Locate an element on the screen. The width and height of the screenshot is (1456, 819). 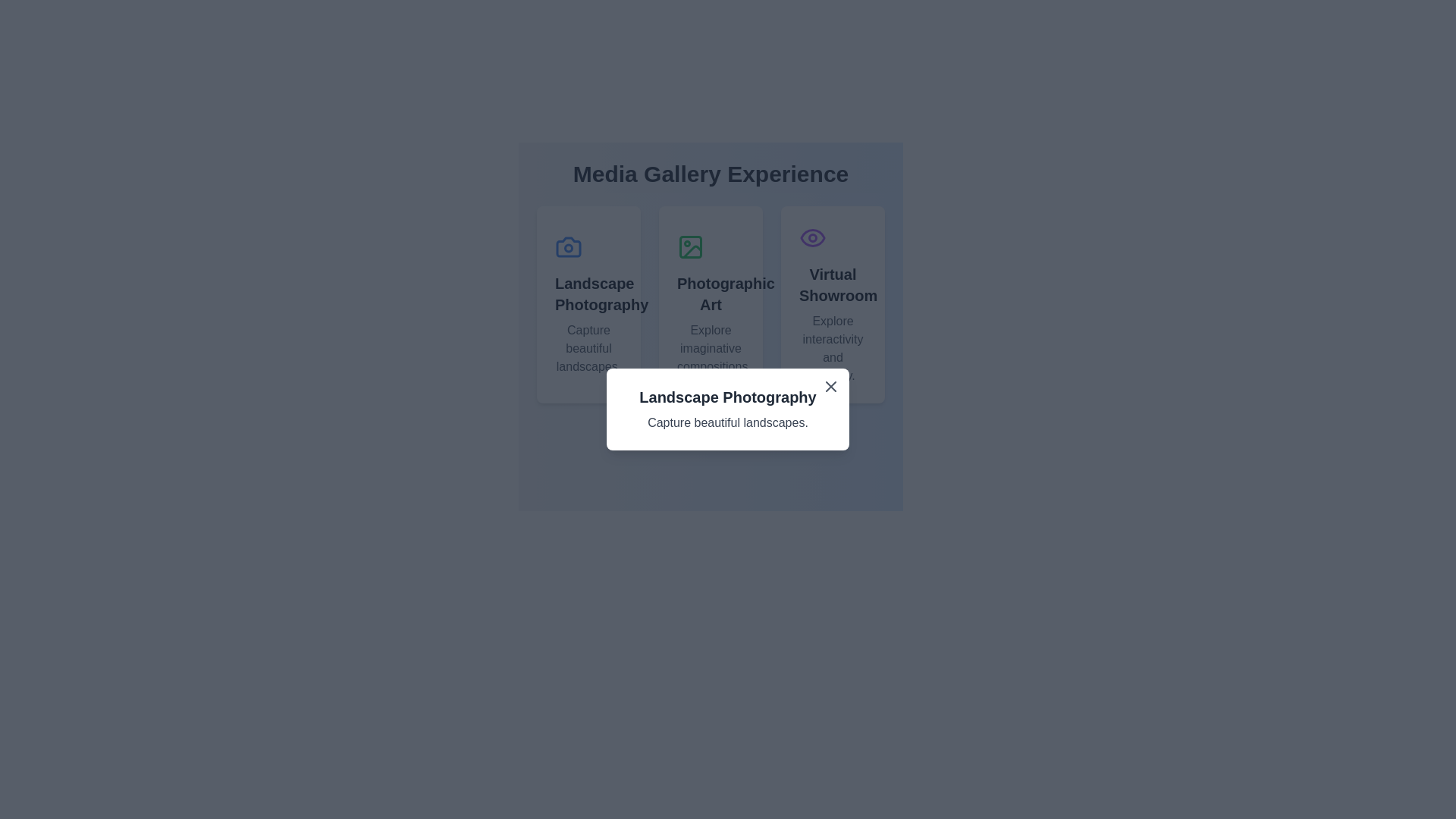
the green icon representing 'Photographic Art', which is positioned above the subtitle 'Explore imaginative compositions' is located at coordinates (690, 246).